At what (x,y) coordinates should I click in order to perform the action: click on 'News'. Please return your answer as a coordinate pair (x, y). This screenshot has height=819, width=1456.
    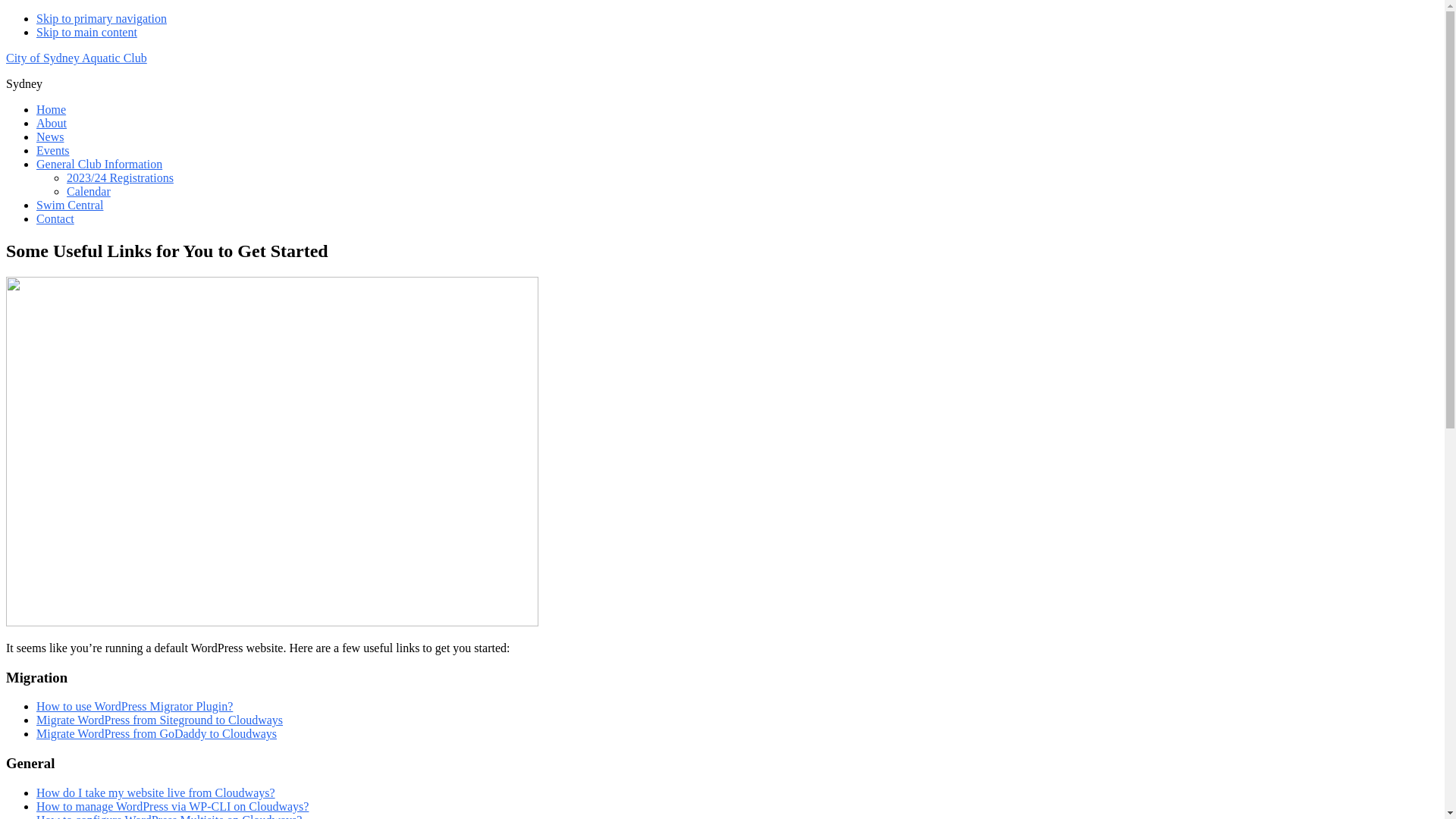
    Looking at the image, I should click on (50, 136).